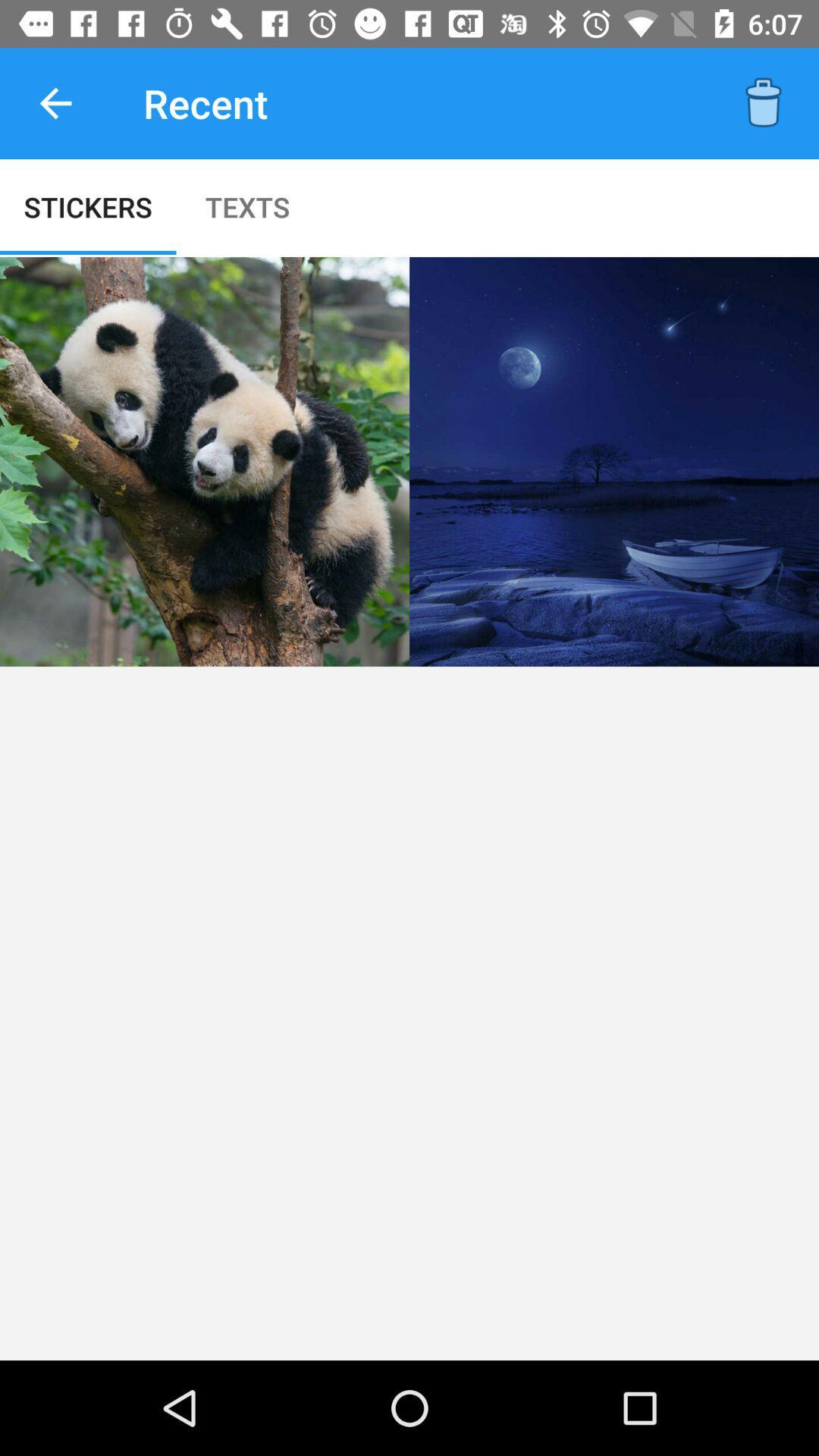 This screenshot has height=1456, width=819. What do you see at coordinates (55, 102) in the screenshot?
I see `the item next to recent` at bounding box center [55, 102].